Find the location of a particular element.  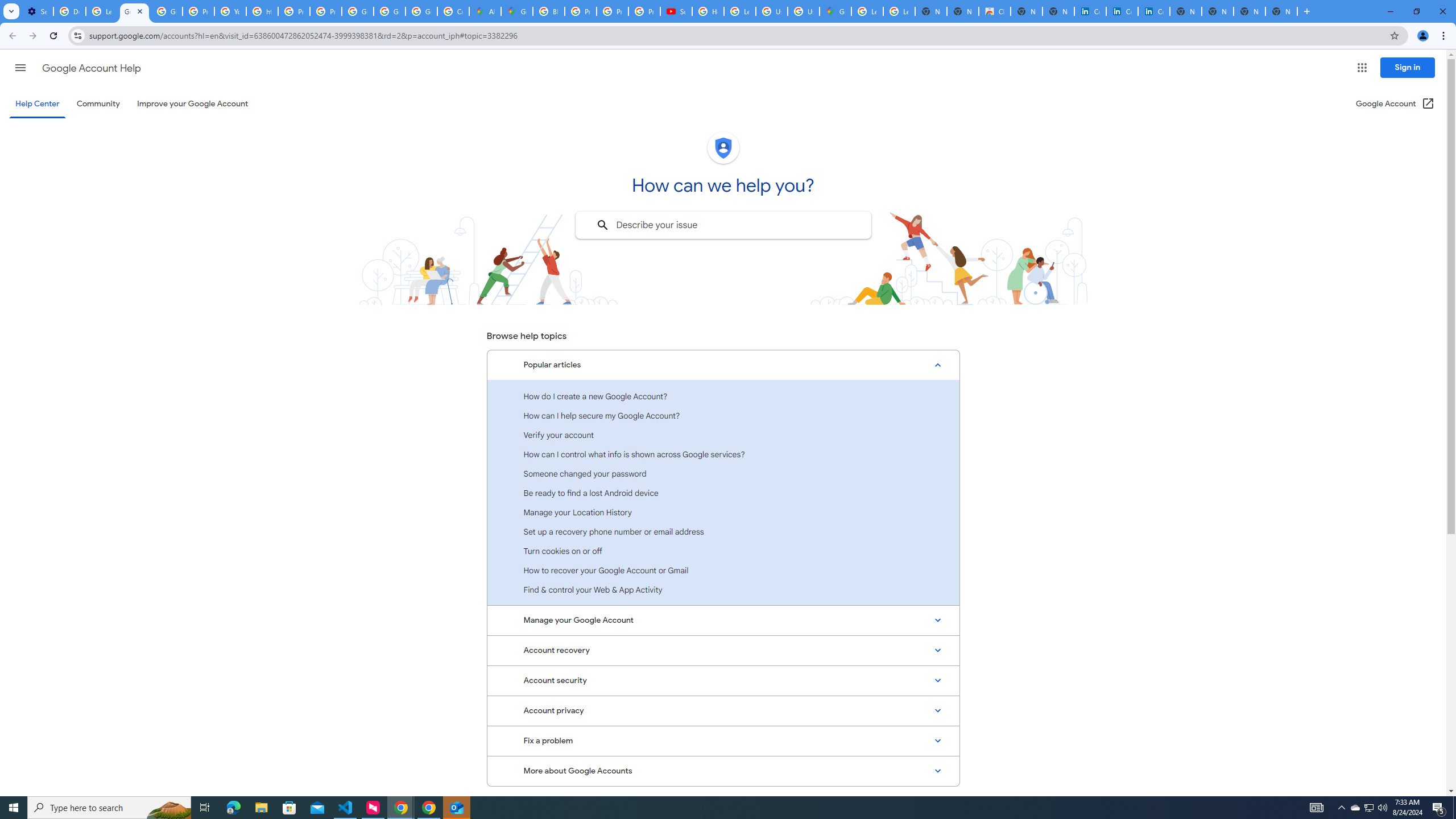

'New Tab' is located at coordinates (1282, 11).